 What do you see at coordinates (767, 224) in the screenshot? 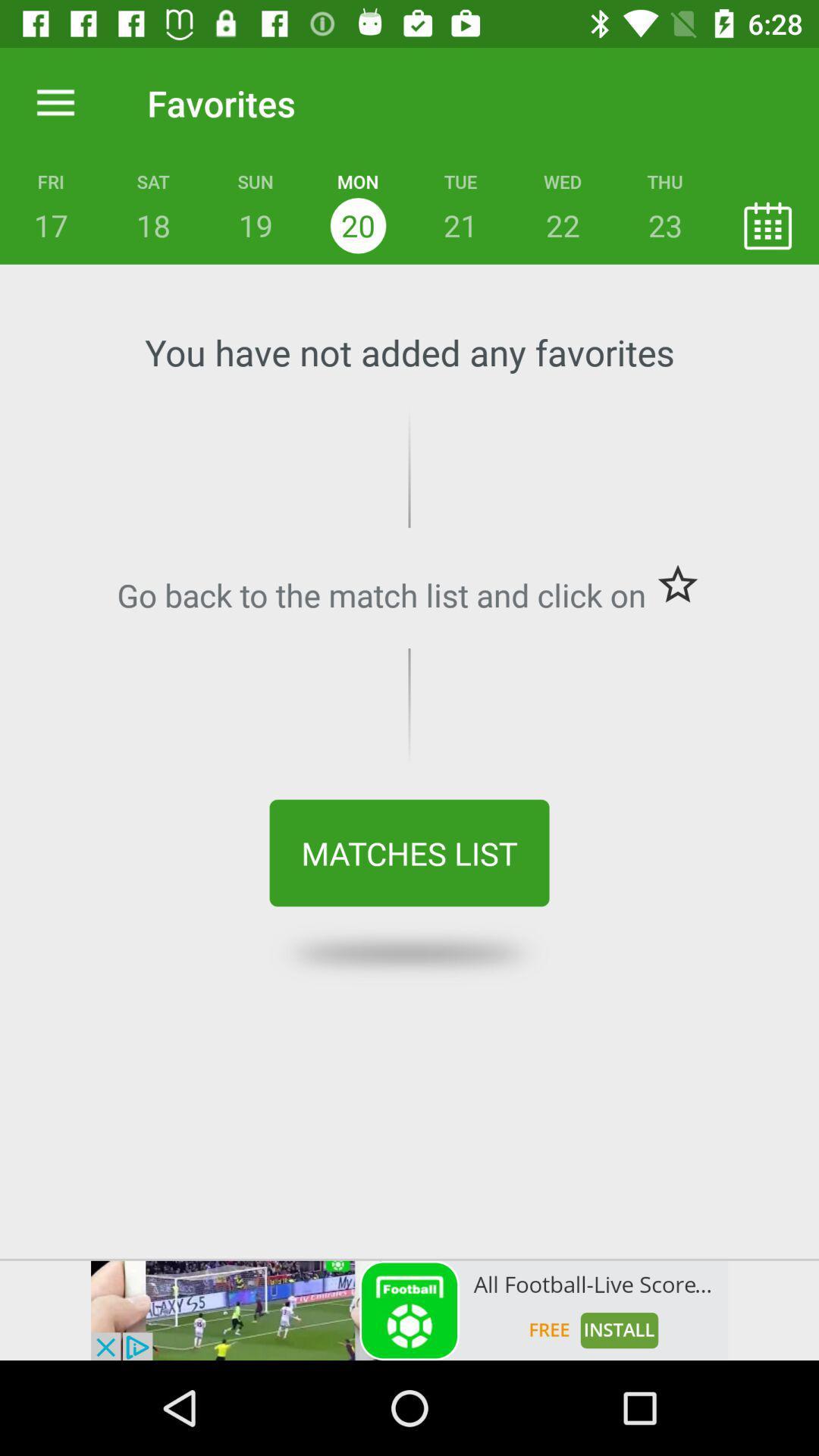
I see `the button on calendar which is right side of 23` at bounding box center [767, 224].